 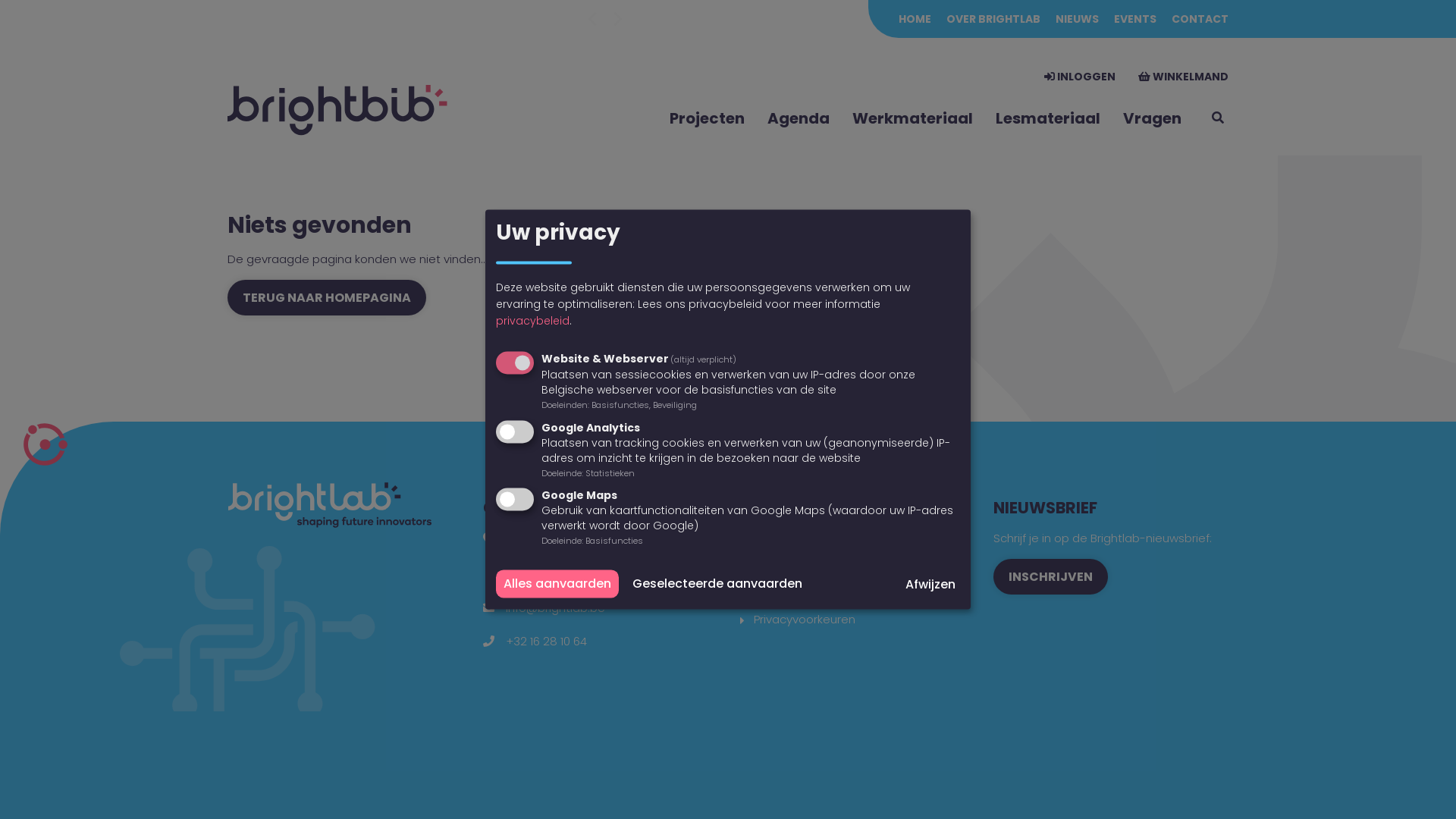 I want to click on 'info@brightlab.be', so click(x=554, y=607).